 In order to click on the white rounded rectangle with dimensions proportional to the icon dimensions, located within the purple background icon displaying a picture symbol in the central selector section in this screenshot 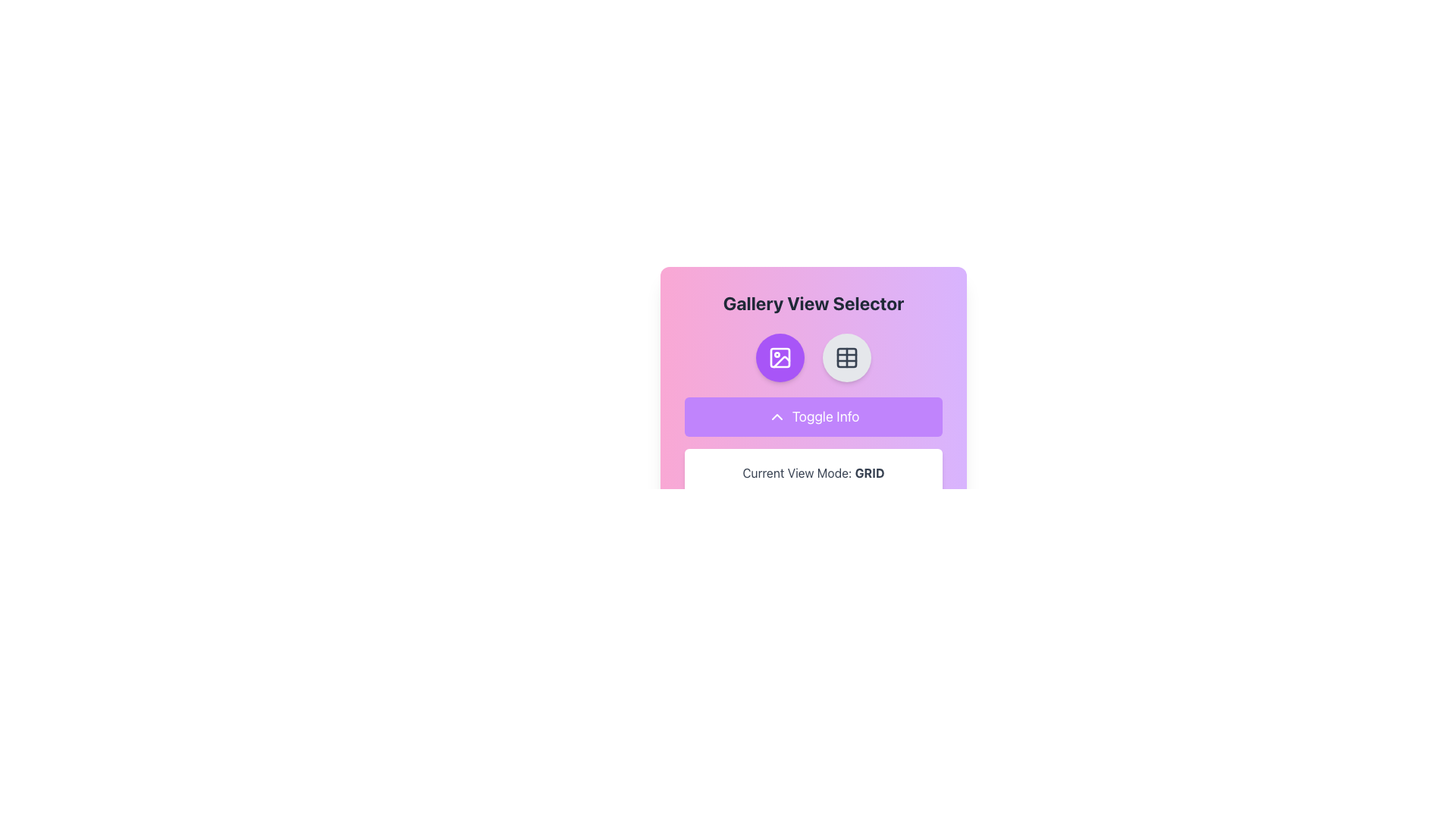, I will do `click(780, 357)`.